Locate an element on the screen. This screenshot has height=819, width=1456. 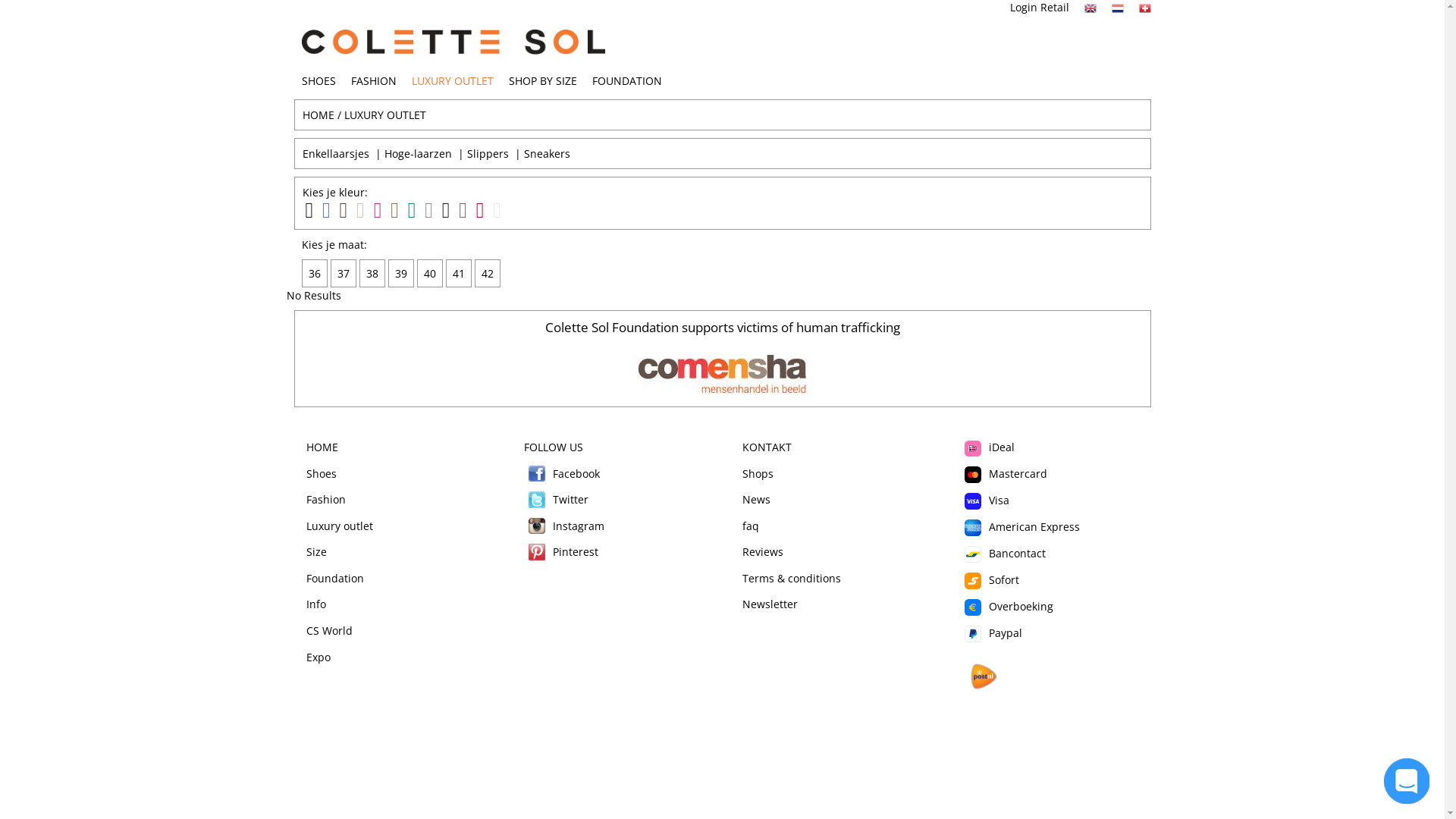
'Luxury outlet' is located at coordinates (338, 525).